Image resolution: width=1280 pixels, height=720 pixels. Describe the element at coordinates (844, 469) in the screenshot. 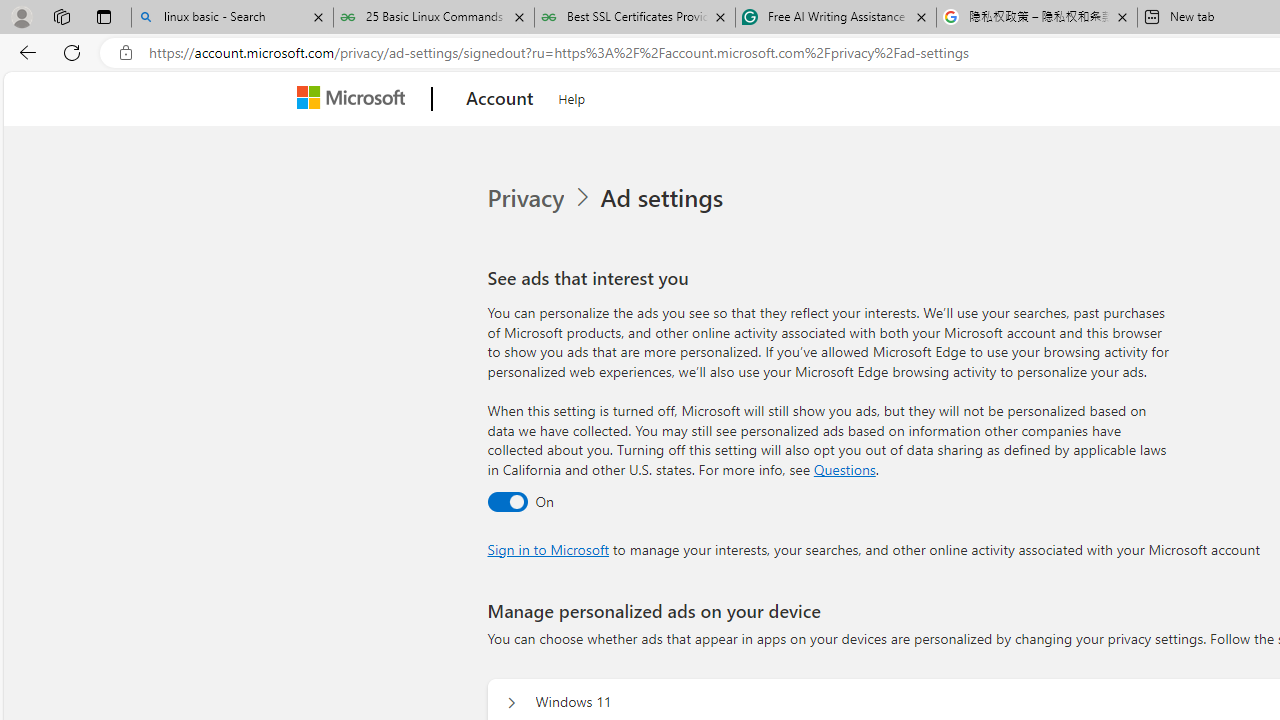

I see `'Go to Questions section'` at that location.